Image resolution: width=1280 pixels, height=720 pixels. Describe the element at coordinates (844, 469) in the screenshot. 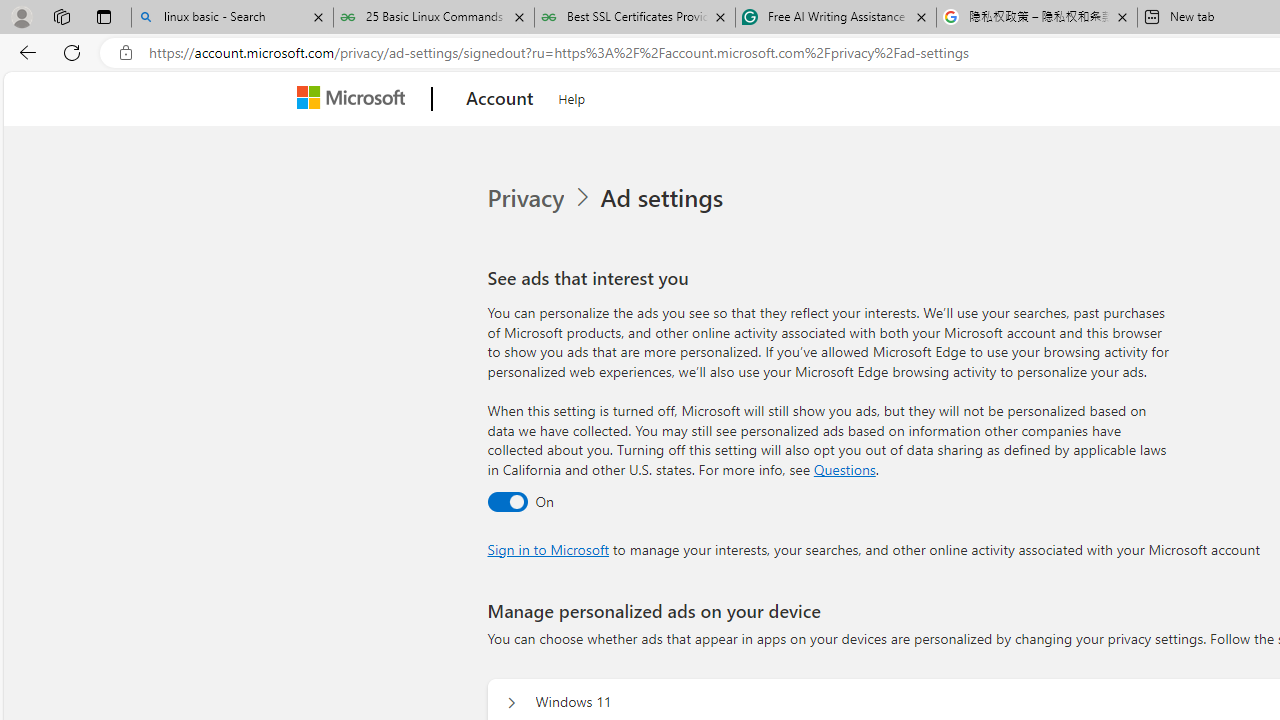

I see `'Go to Questions section'` at that location.